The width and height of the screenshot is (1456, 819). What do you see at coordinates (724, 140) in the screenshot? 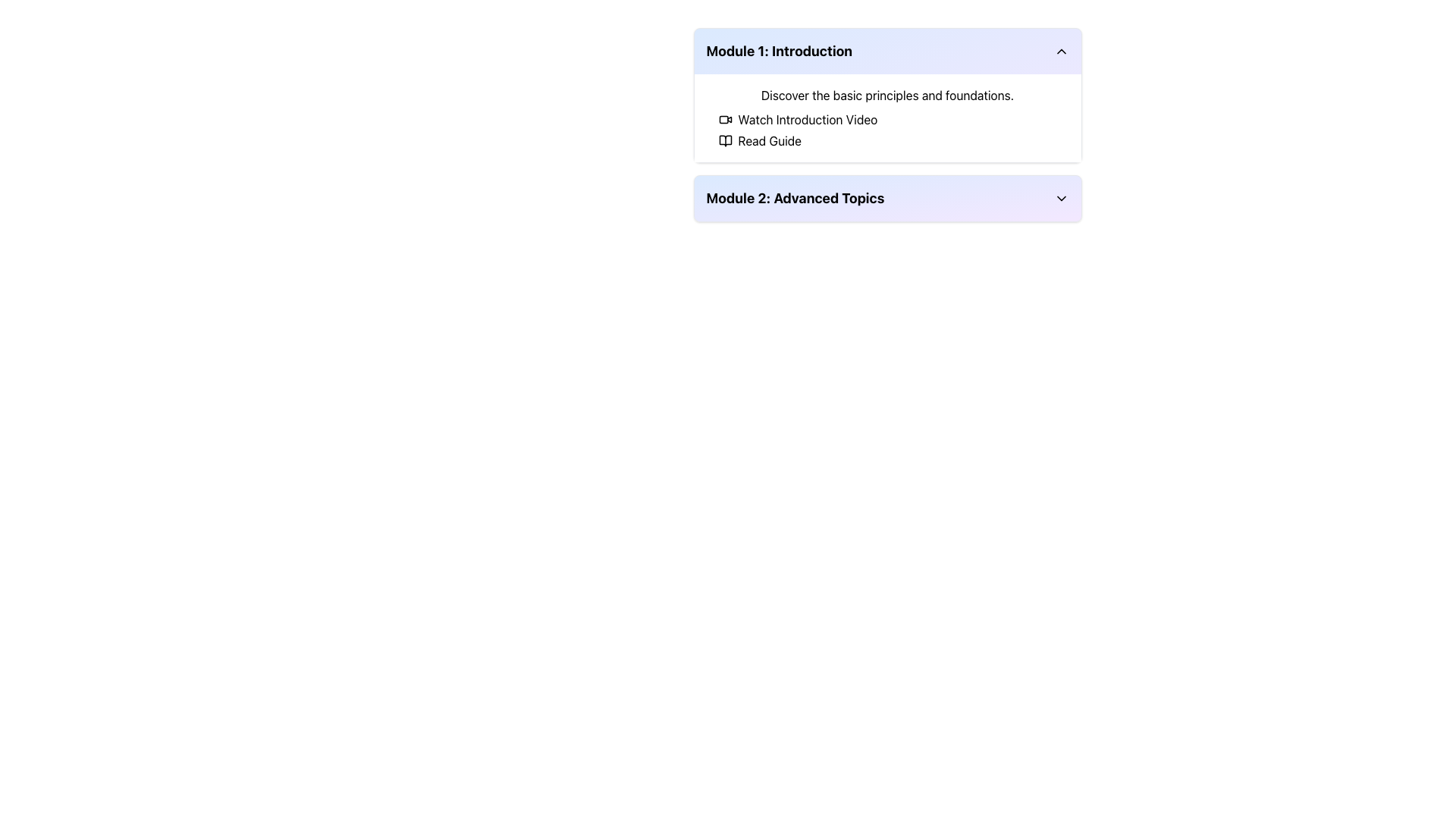
I see `the icon representing an open book located in the top-left corner of the 'Module 1: Introduction' section, adjacent to the 'Read Guide' action text` at bounding box center [724, 140].